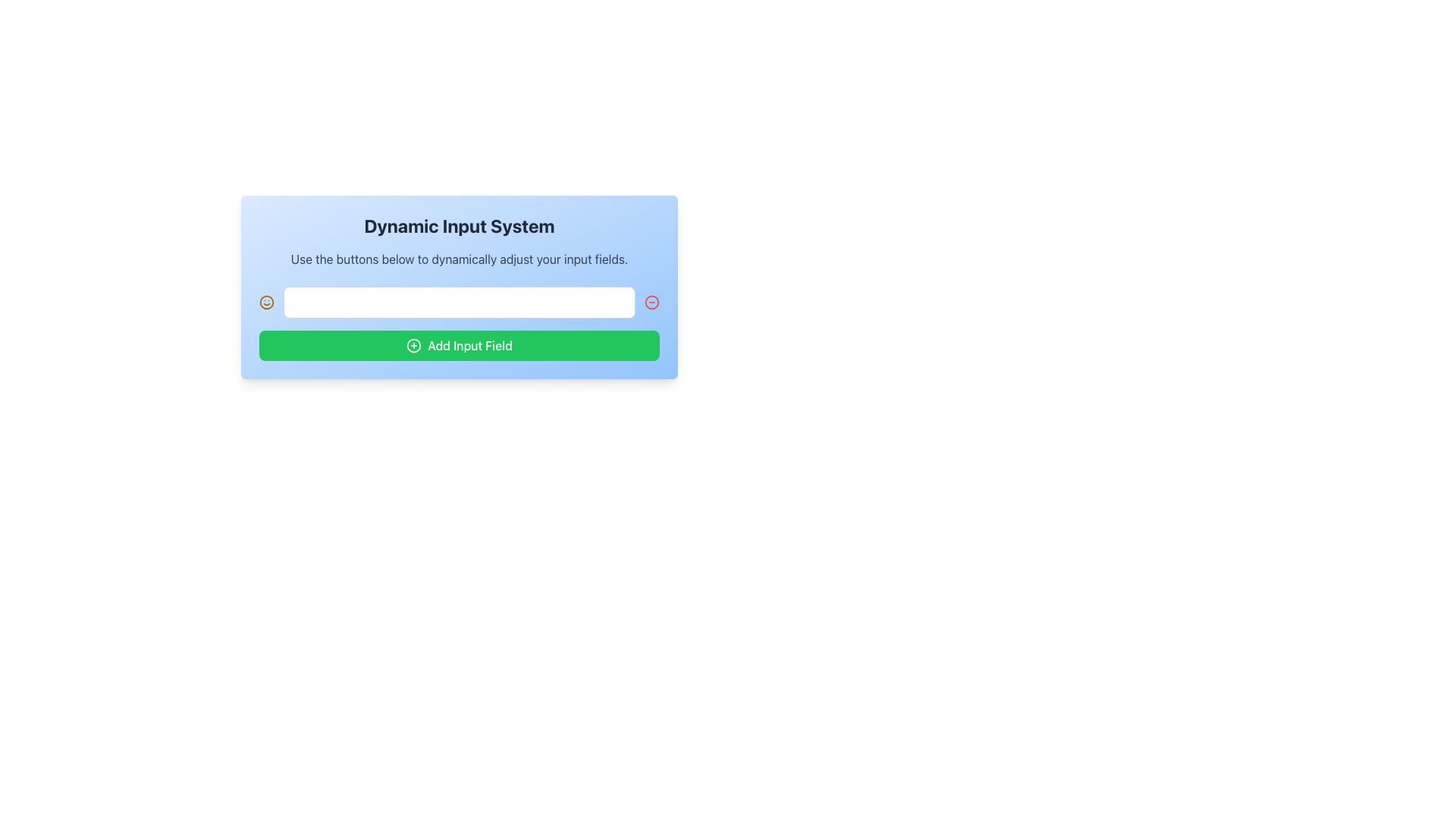 The height and width of the screenshot is (819, 1456). I want to click on the circular outline of the SVG graphical element, which is part of an icon located at the right end of the input component, so click(651, 302).